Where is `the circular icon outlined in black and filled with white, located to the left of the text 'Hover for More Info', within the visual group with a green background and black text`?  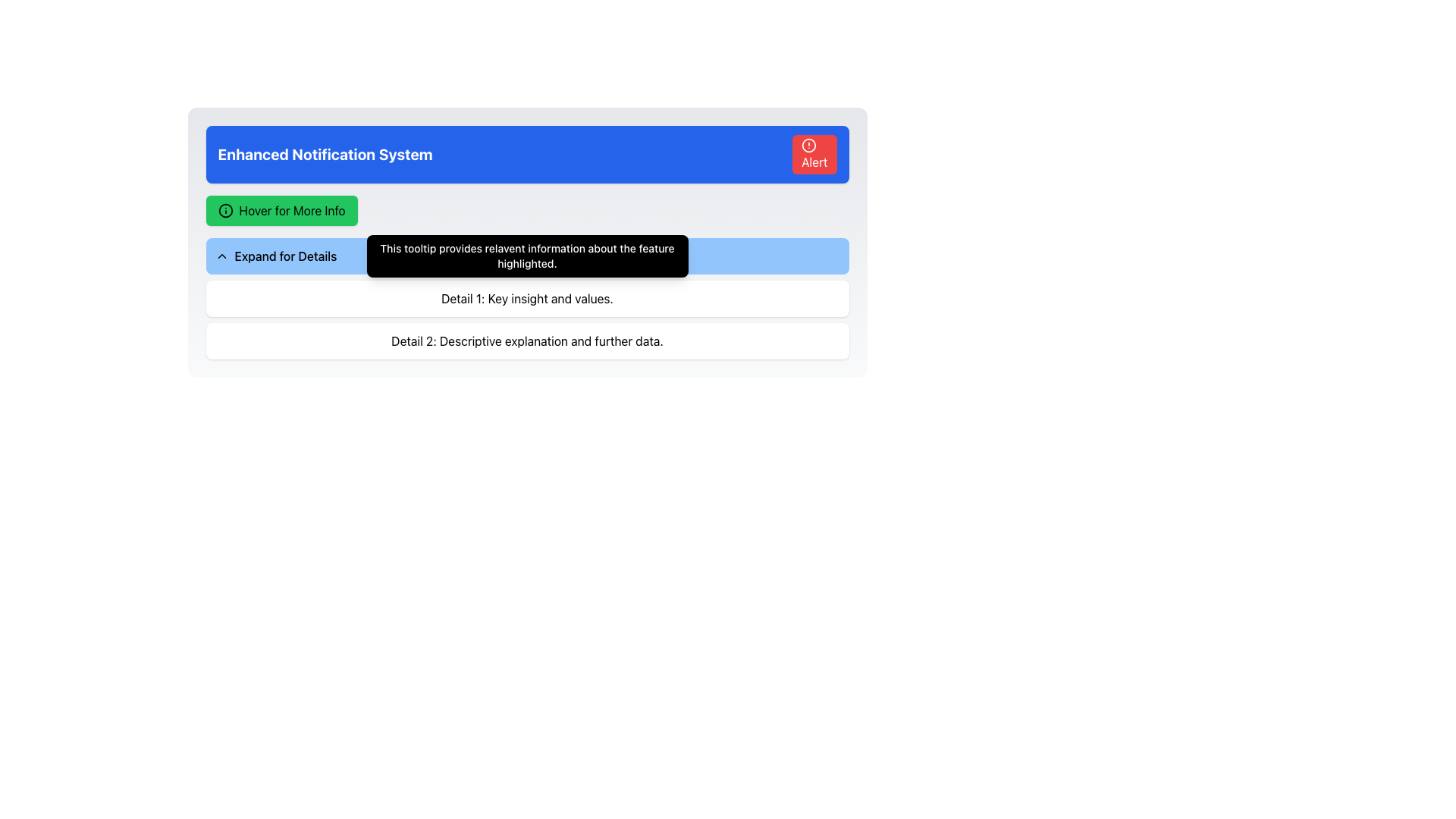
the circular icon outlined in black and filled with white, located to the left of the text 'Hover for More Info', within the visual group with a green background and black text is located at coordinates (224, 210).